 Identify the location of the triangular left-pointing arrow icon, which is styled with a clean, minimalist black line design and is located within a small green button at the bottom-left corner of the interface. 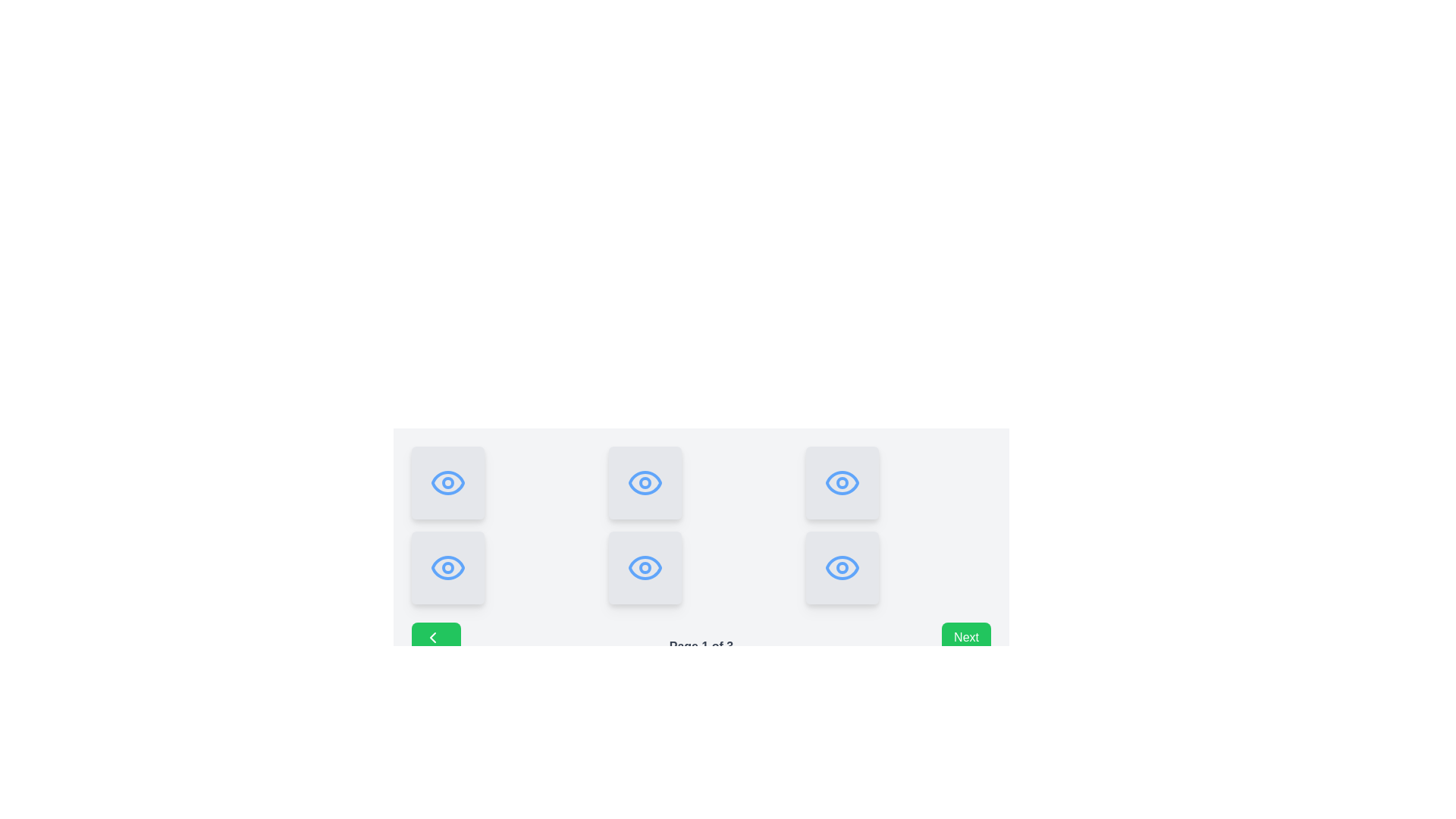
(432, 637).